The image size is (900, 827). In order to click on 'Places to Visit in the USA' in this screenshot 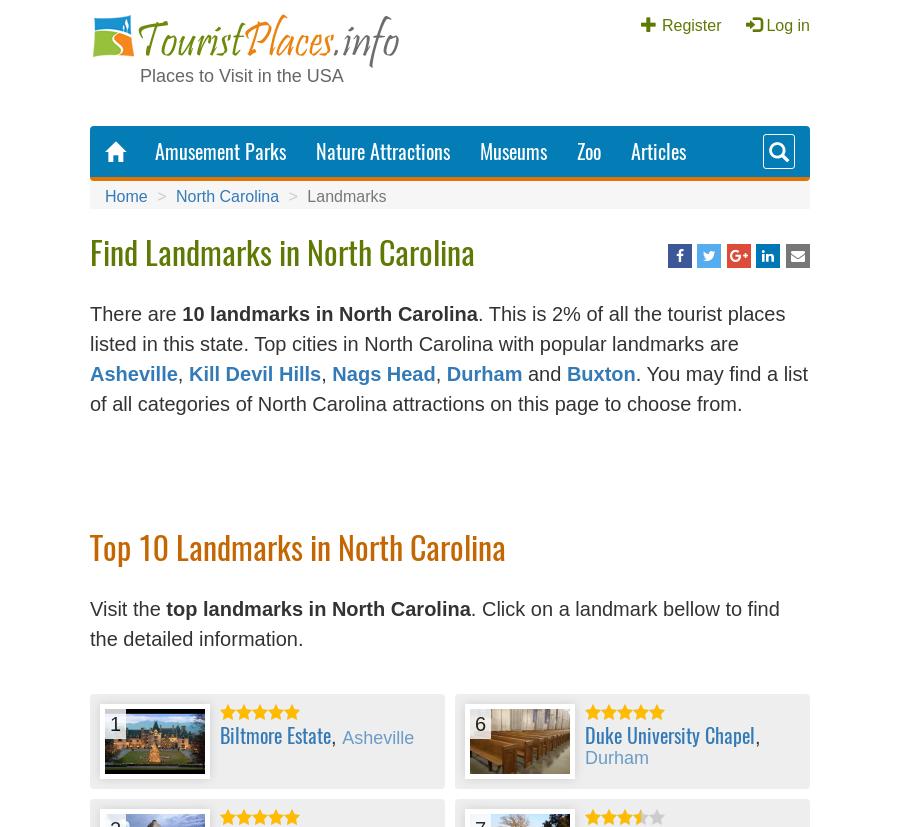, I will do `click(240, 76)`.